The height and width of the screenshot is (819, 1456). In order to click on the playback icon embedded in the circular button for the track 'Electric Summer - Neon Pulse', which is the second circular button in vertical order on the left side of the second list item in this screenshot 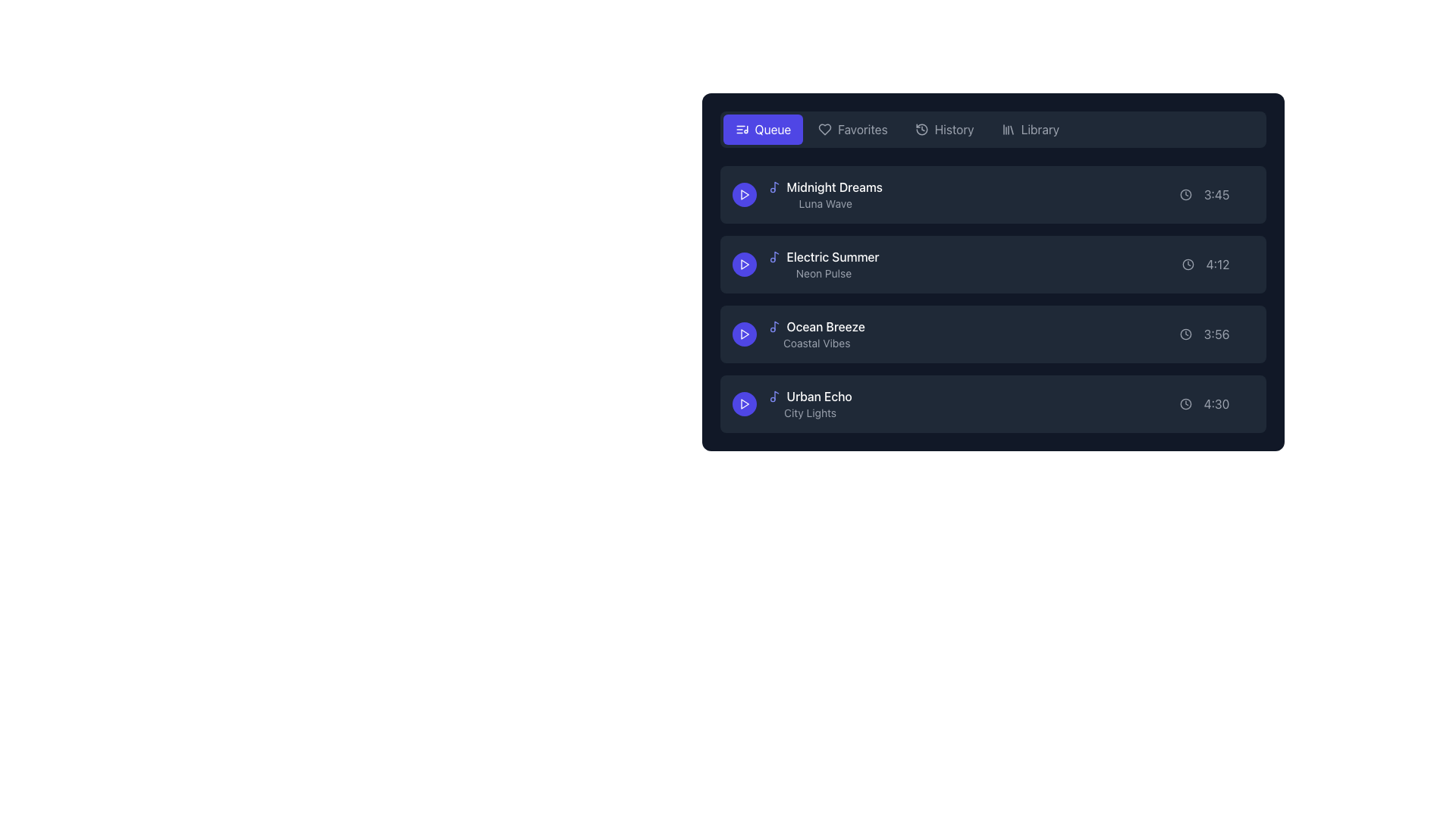, I will do `click(744, 263)`.